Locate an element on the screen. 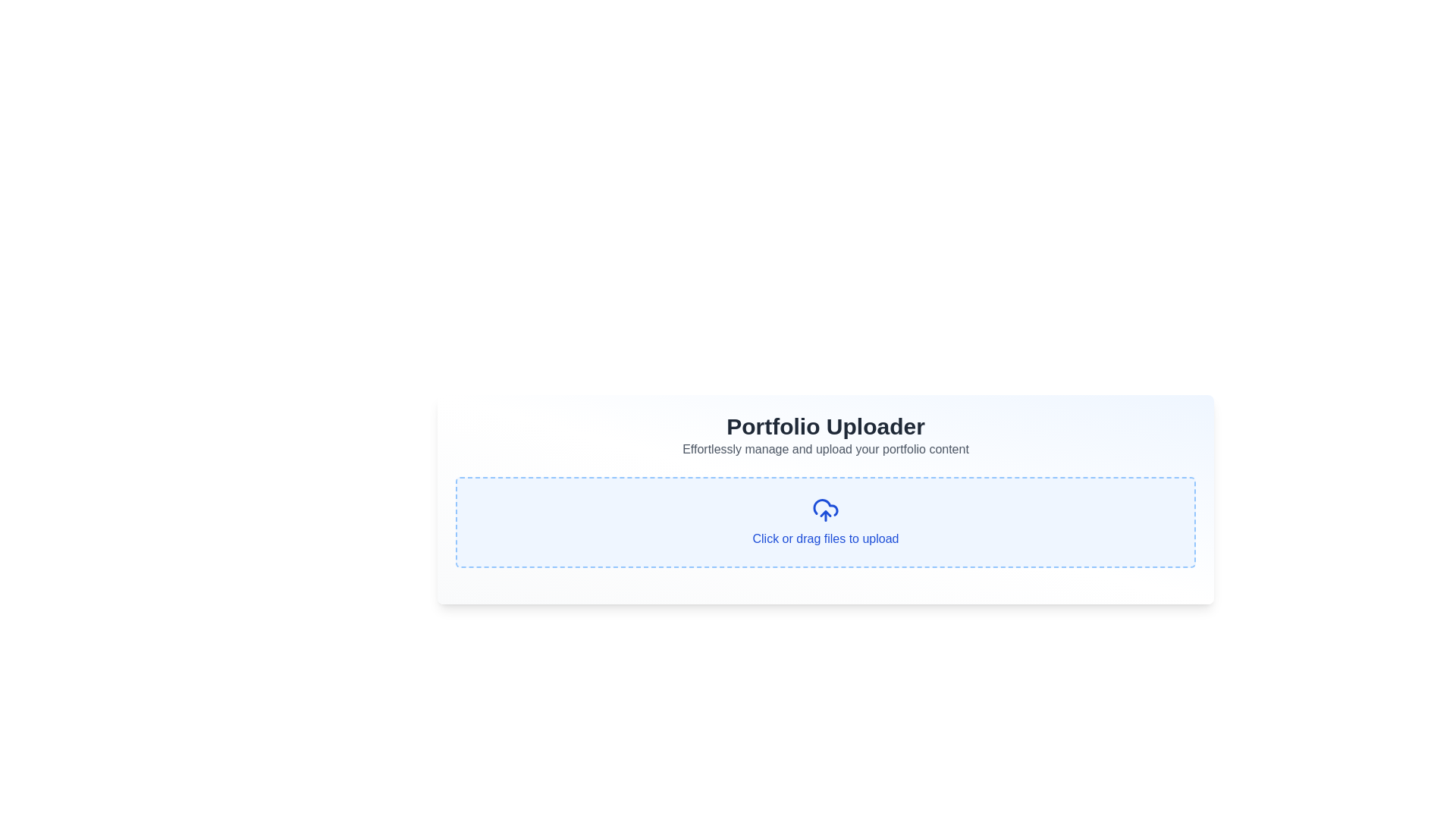 The image size is (1456, 819). instructions from the text label that says 'Click or drag files to upload', located at the center bottom of the upload area with dashed borders is located at coordinates (825, 538).